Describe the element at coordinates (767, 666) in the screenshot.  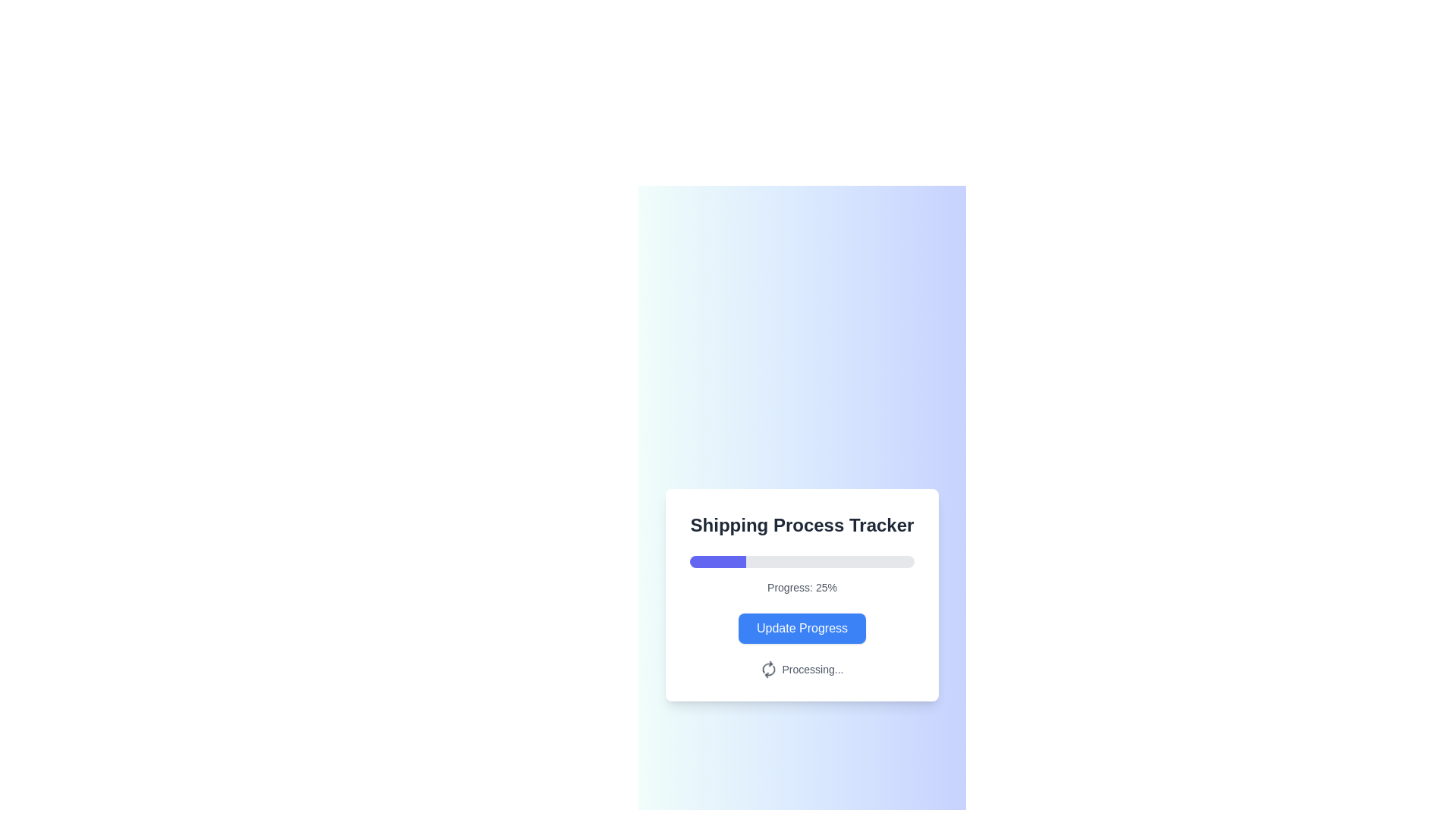
I see `the bottom left segment of the circular refresh icon, which is part of the SVG graphic representing a refresh or loading symbol` at that location.